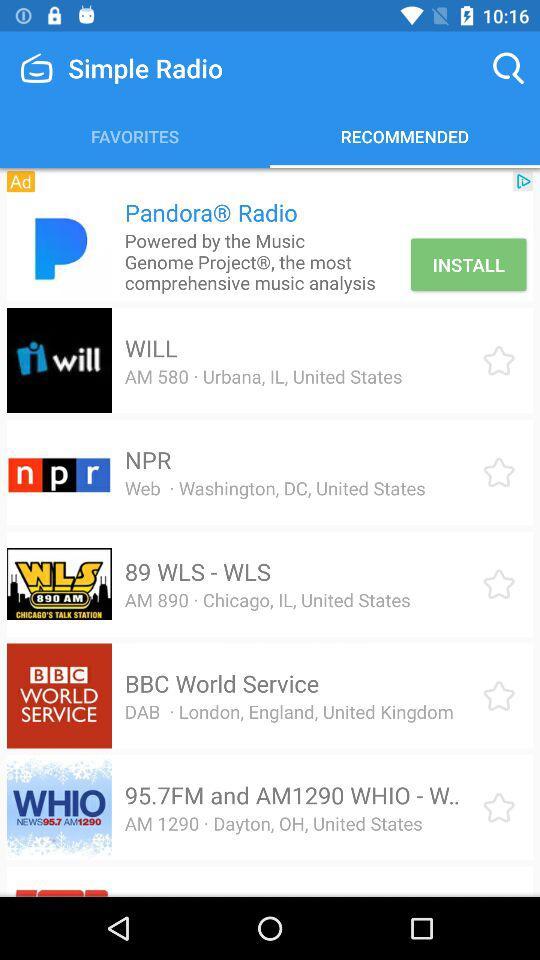 This screenshot has width=540, height=960. Describe the element at coordinates (508, 68) in the screenshot. I see `icon to the right of the simple radio` at that location.